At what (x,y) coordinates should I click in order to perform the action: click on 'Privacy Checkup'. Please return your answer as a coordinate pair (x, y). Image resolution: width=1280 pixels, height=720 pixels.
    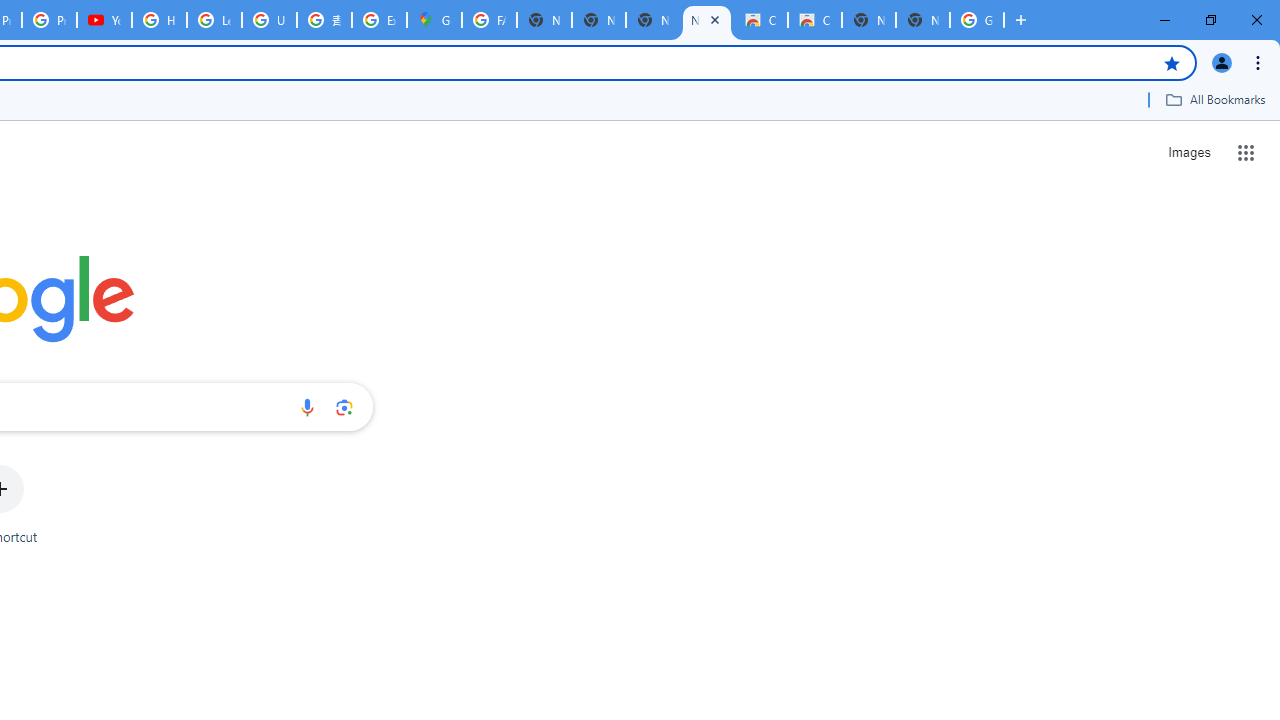
    Looking at the image, I should click on (49, 20).